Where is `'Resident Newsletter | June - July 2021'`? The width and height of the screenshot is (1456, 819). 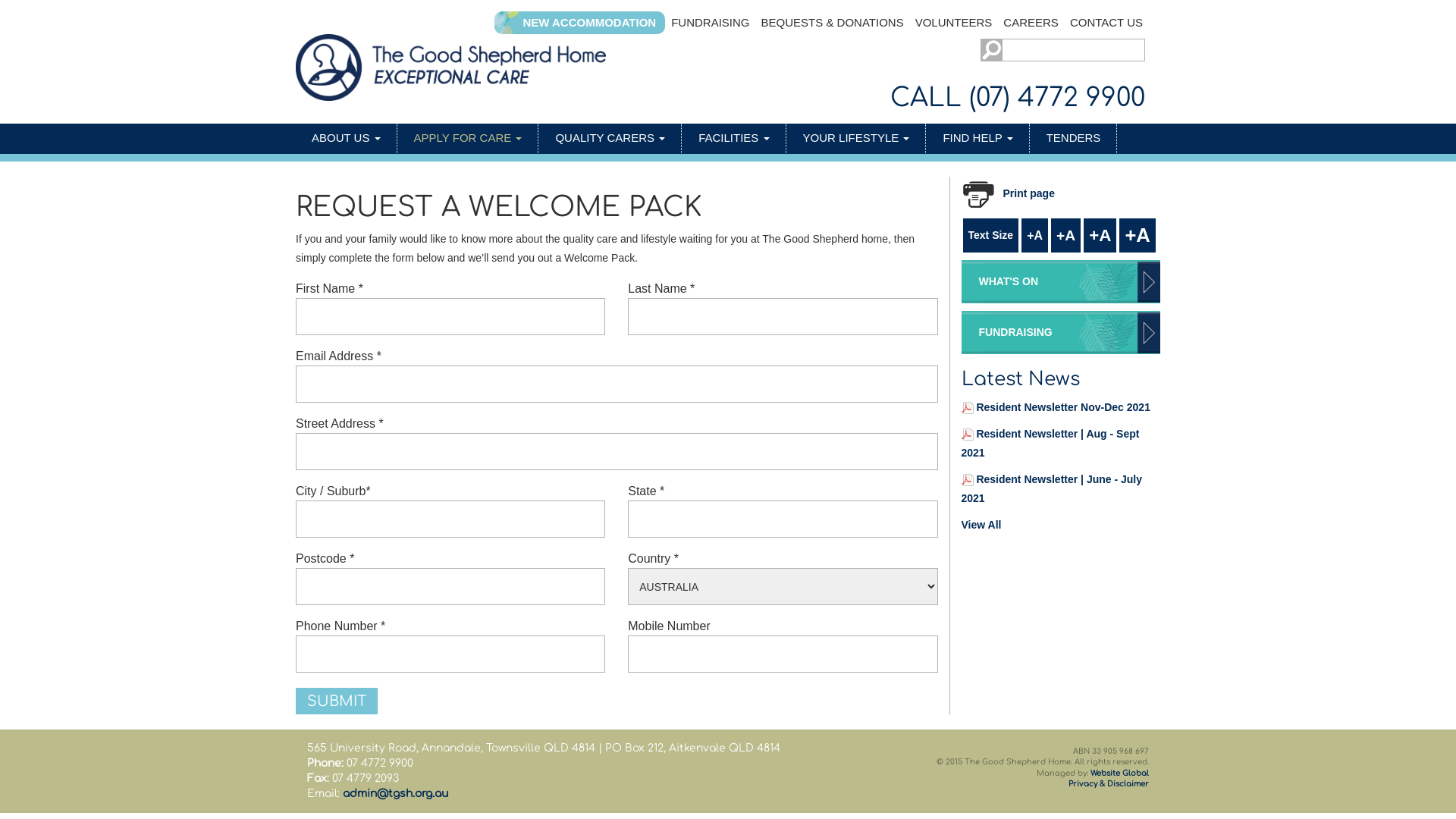 'Resident Newsletter | June - July 2021' is located at coordinates (1051, 488).